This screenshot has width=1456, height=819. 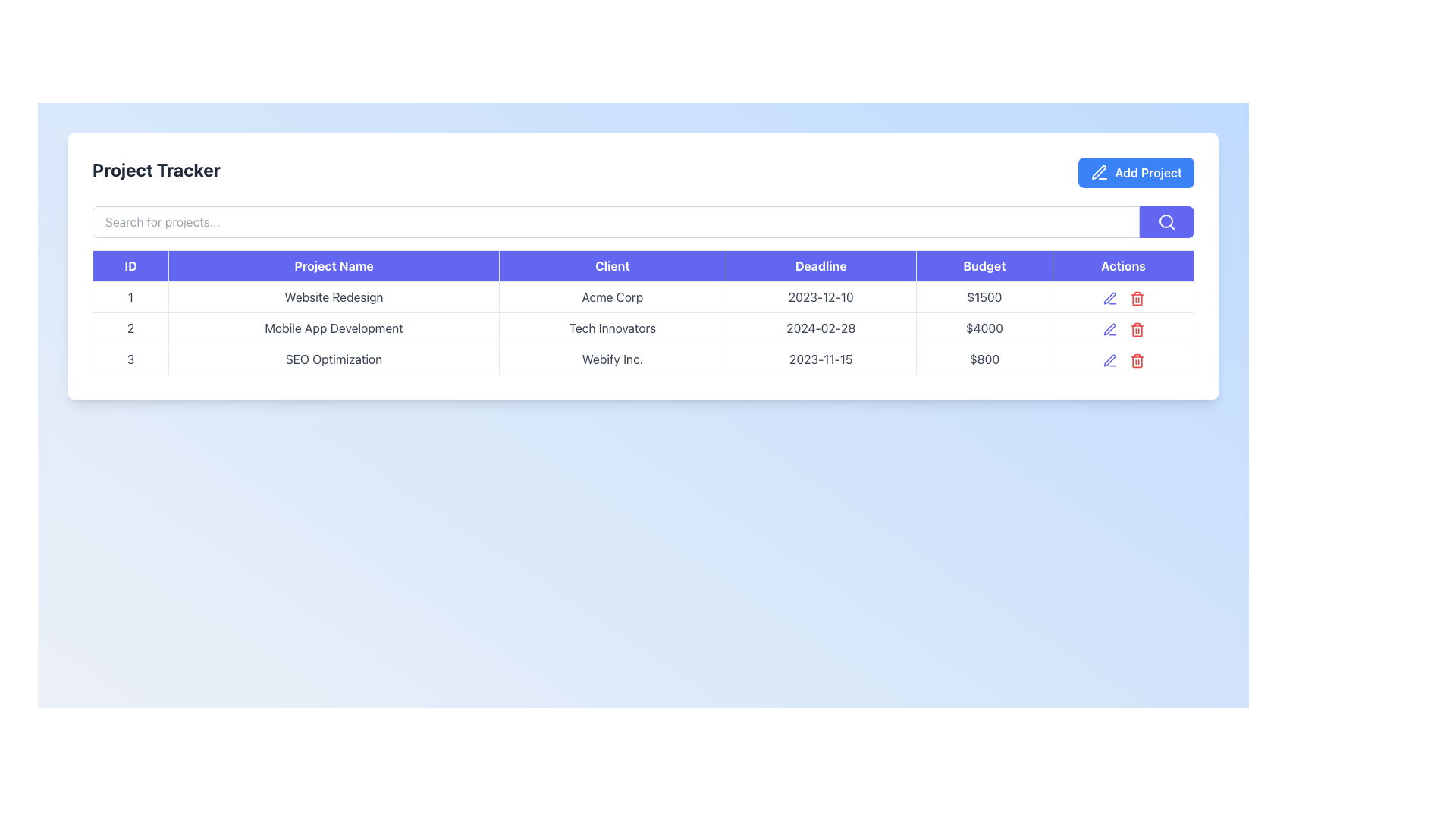 I want to click on the edit button in the 'Actions' column of the 'Mobile App Development' project row, so click(x=1109, y=359).